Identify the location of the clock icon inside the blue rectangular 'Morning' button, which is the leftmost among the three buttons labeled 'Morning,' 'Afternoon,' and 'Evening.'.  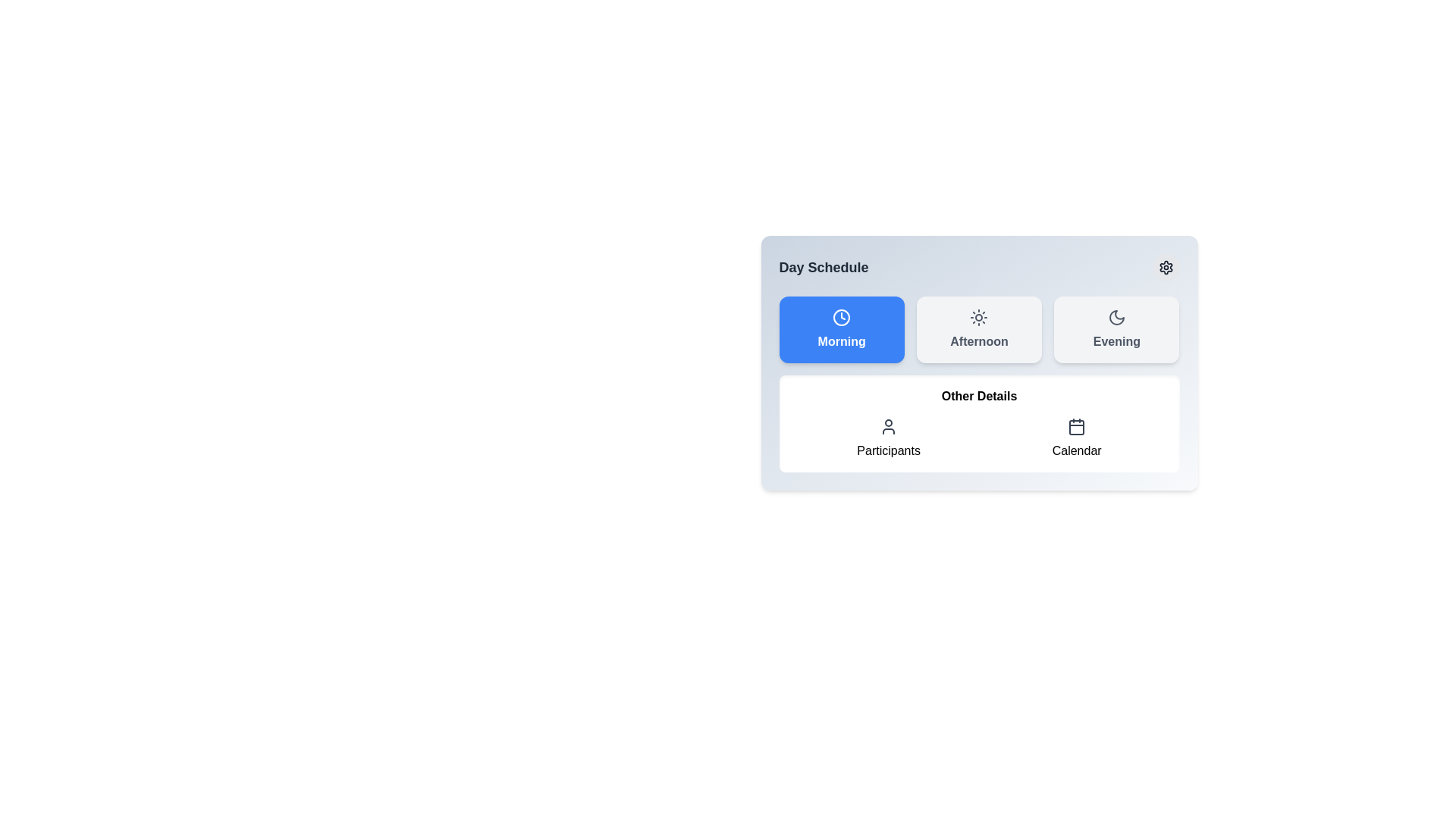
(841, 317).